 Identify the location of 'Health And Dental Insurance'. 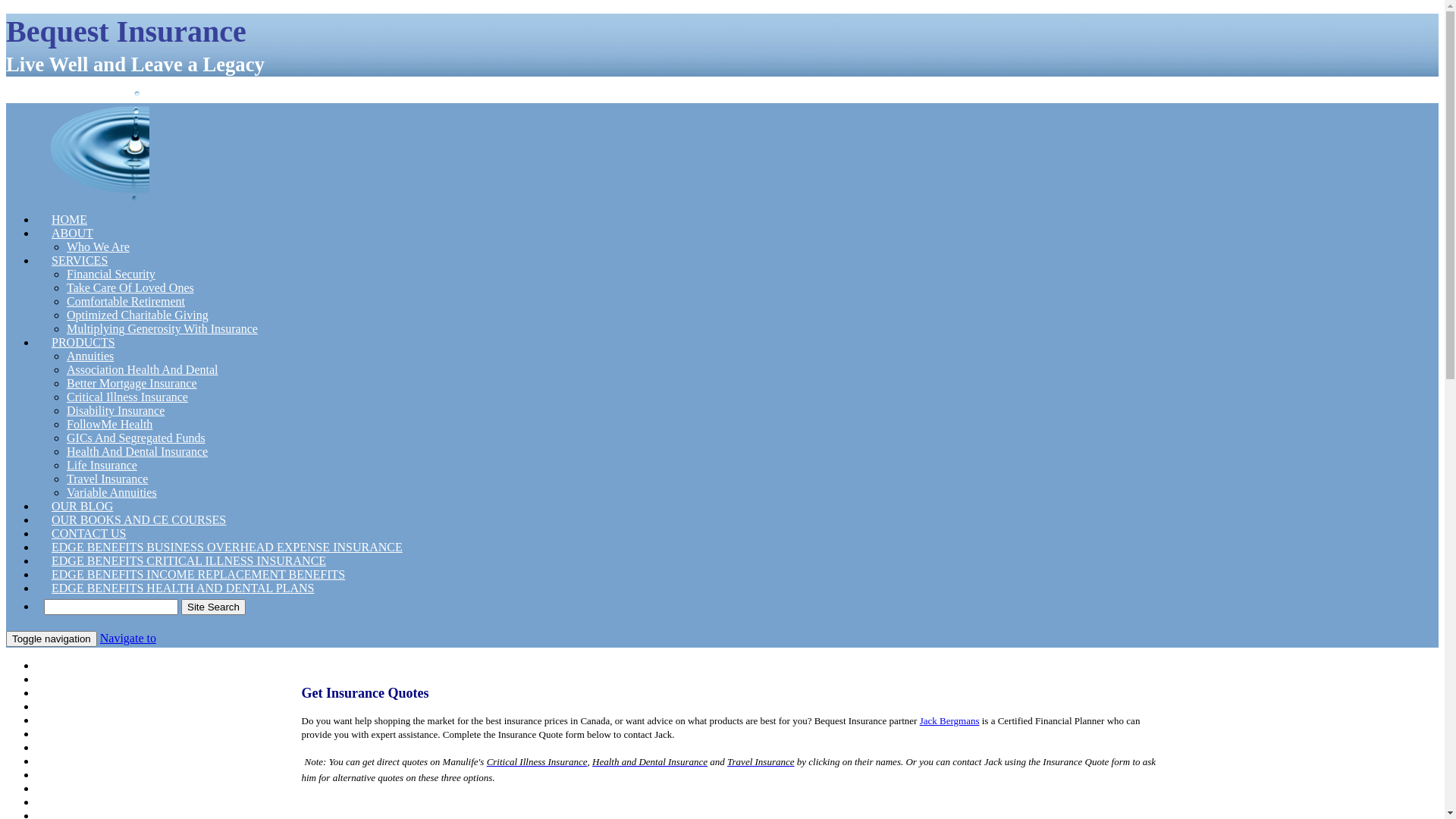
(65, 450).